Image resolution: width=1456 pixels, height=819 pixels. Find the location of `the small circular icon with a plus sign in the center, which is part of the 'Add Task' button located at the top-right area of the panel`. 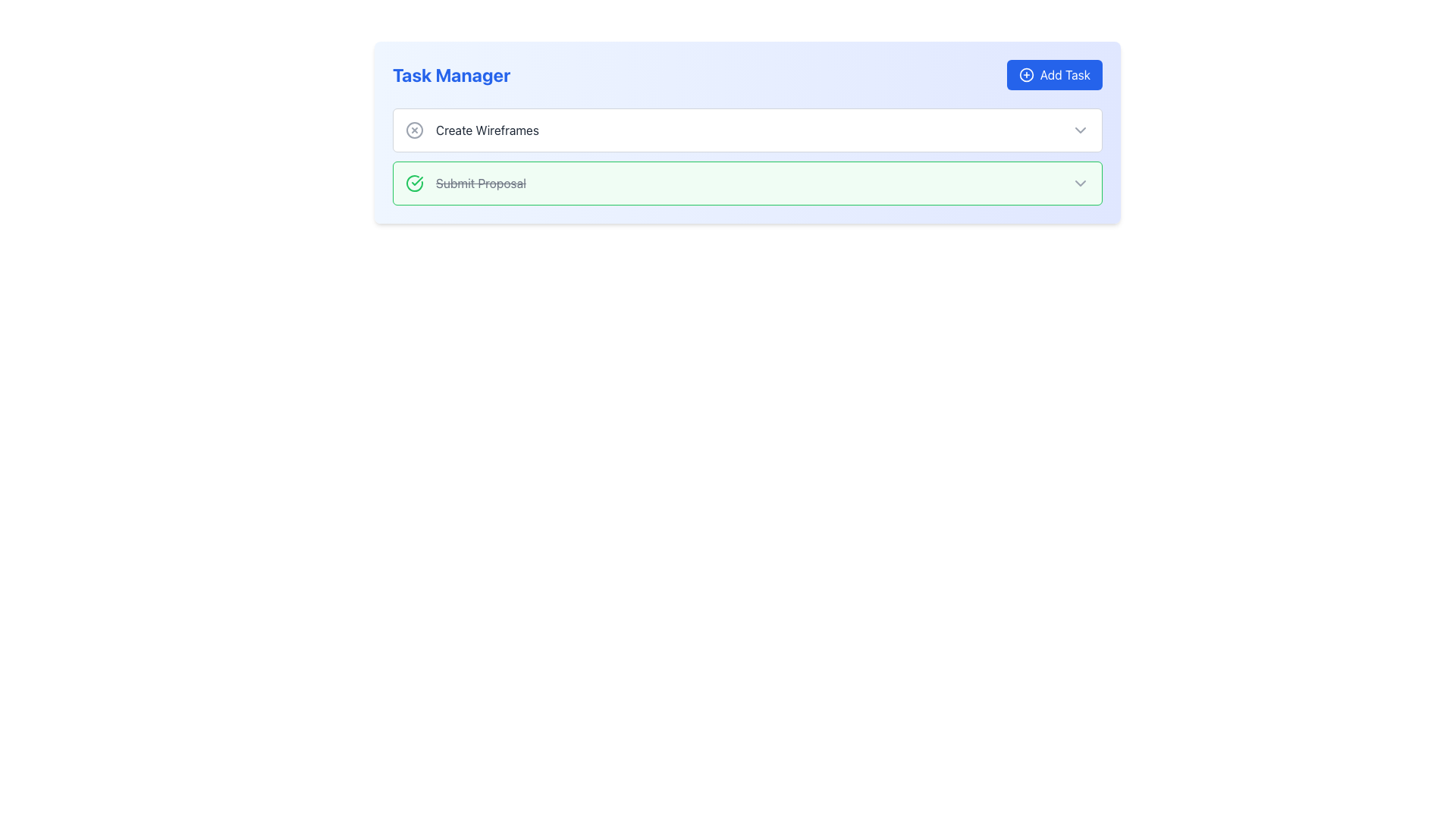

the small circular icon with a plus sign in the center, which is part of the 'Add Task' button located at the top-right area of the panel is located at coordinates (1026, 75).